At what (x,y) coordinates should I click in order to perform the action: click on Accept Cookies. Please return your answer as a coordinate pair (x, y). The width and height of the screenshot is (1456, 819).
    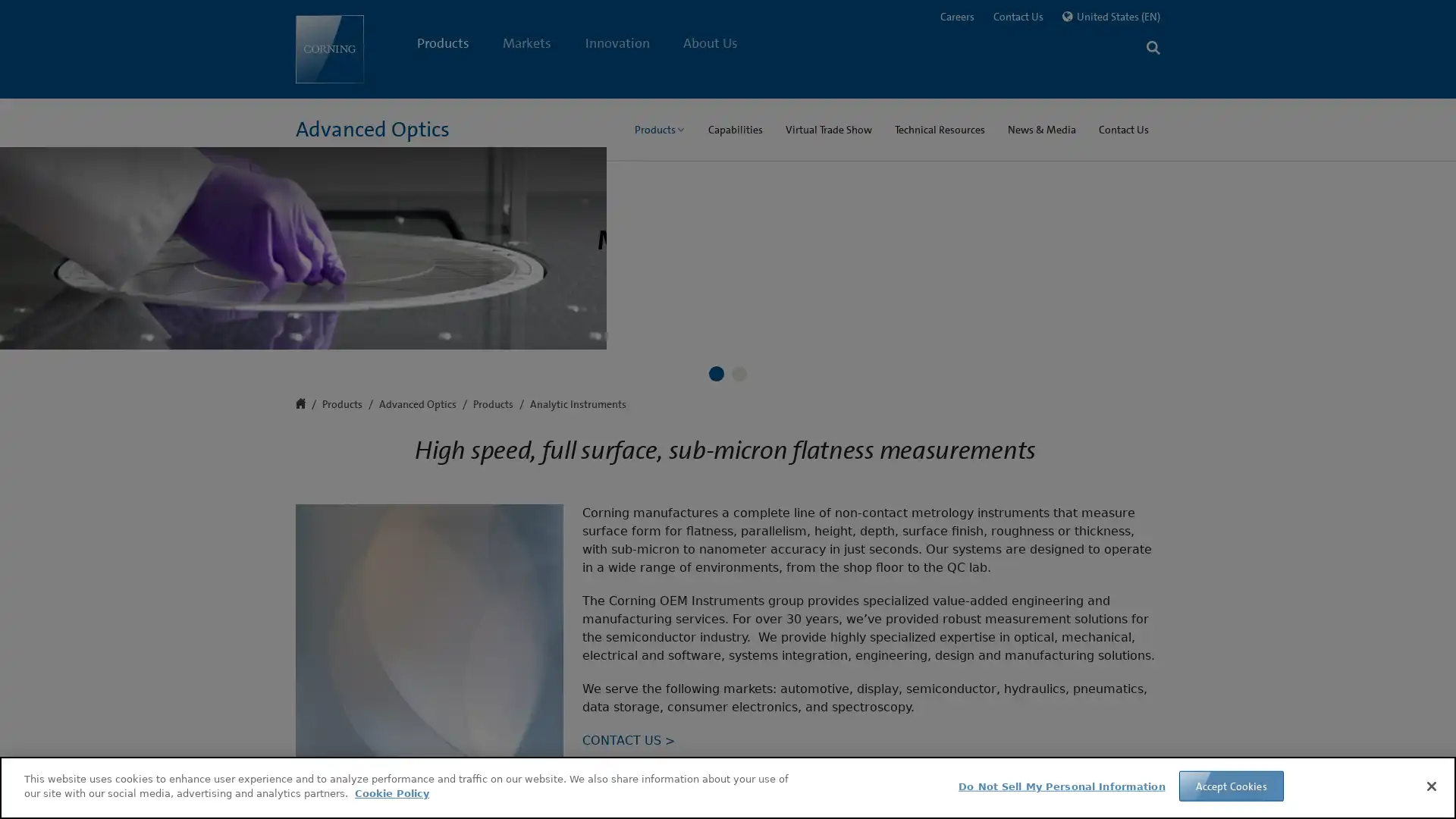
    Looking at the image, I should click on (1230, 785).